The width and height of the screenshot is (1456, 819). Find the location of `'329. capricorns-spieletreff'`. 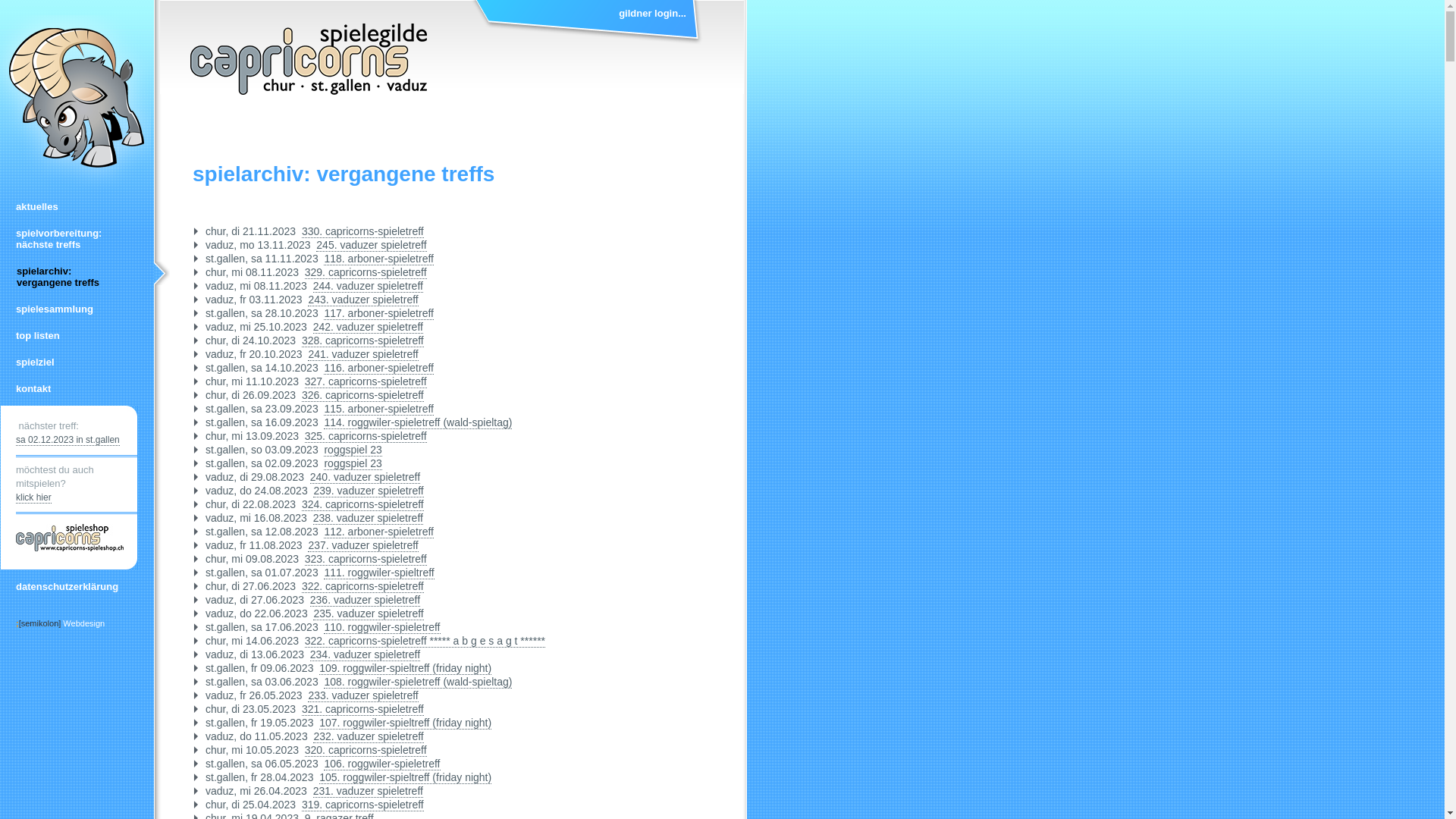

'329. capricorns-spieletreff' is located at coordinates (366, 271).